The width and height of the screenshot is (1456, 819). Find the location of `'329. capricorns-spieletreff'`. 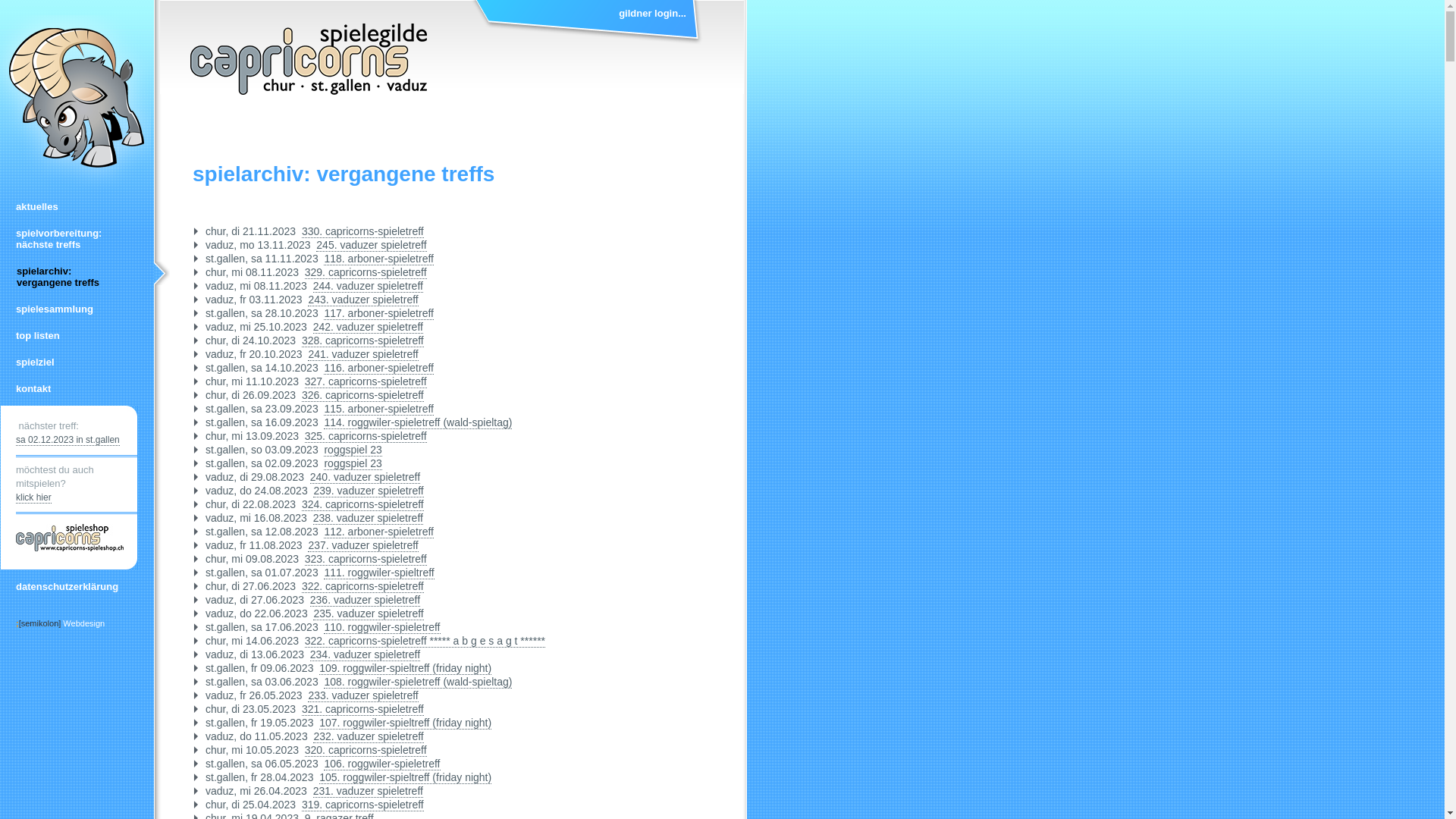

'329. capricorns-spieletreff' is located at coordinates (366, 271).